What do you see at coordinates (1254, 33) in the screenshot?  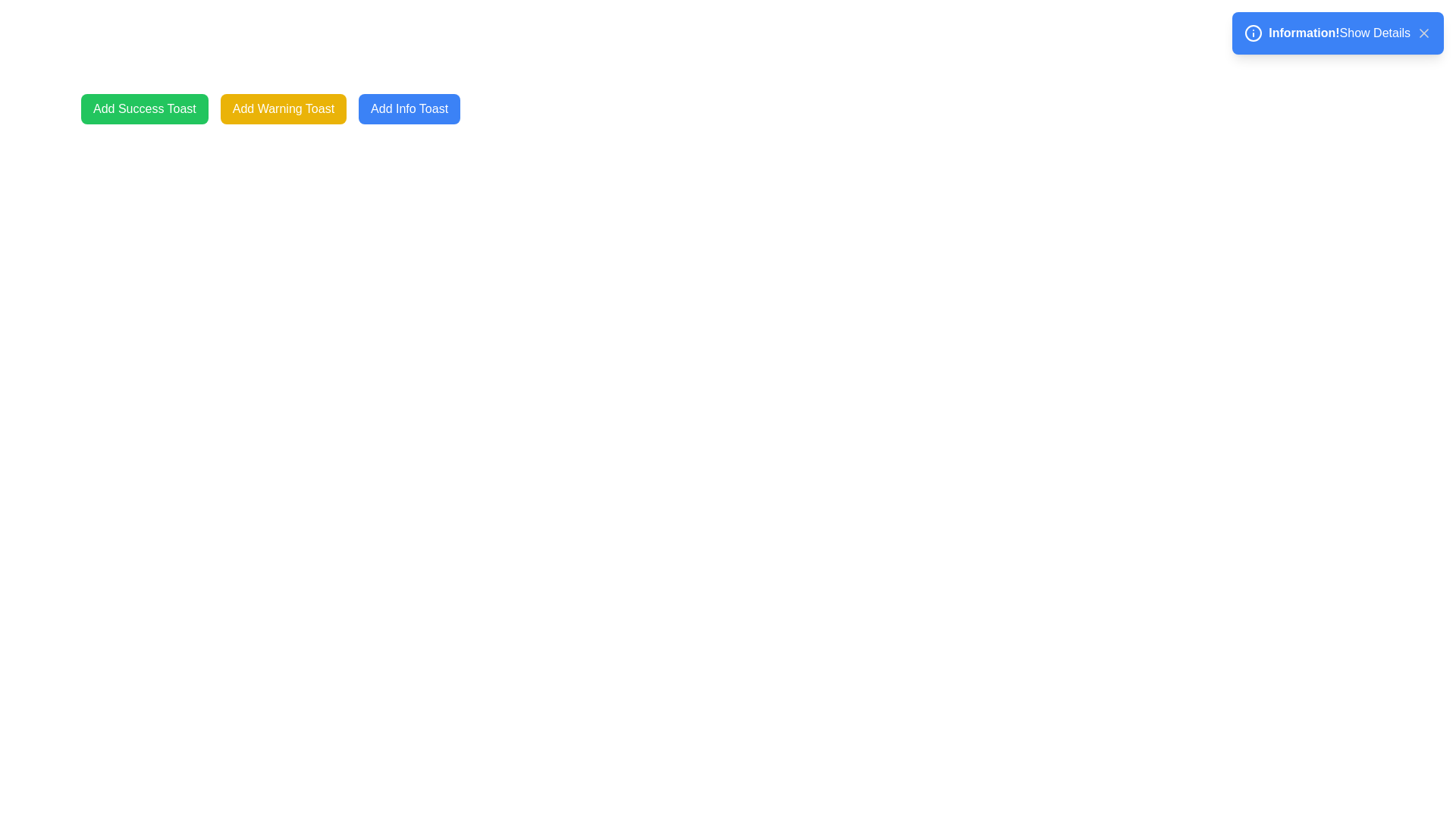 I see `the circular blue outlined icon with an information symbol located to the left of the text 'Information!' in the blue notification popup` at bounding box center [1254, 33].